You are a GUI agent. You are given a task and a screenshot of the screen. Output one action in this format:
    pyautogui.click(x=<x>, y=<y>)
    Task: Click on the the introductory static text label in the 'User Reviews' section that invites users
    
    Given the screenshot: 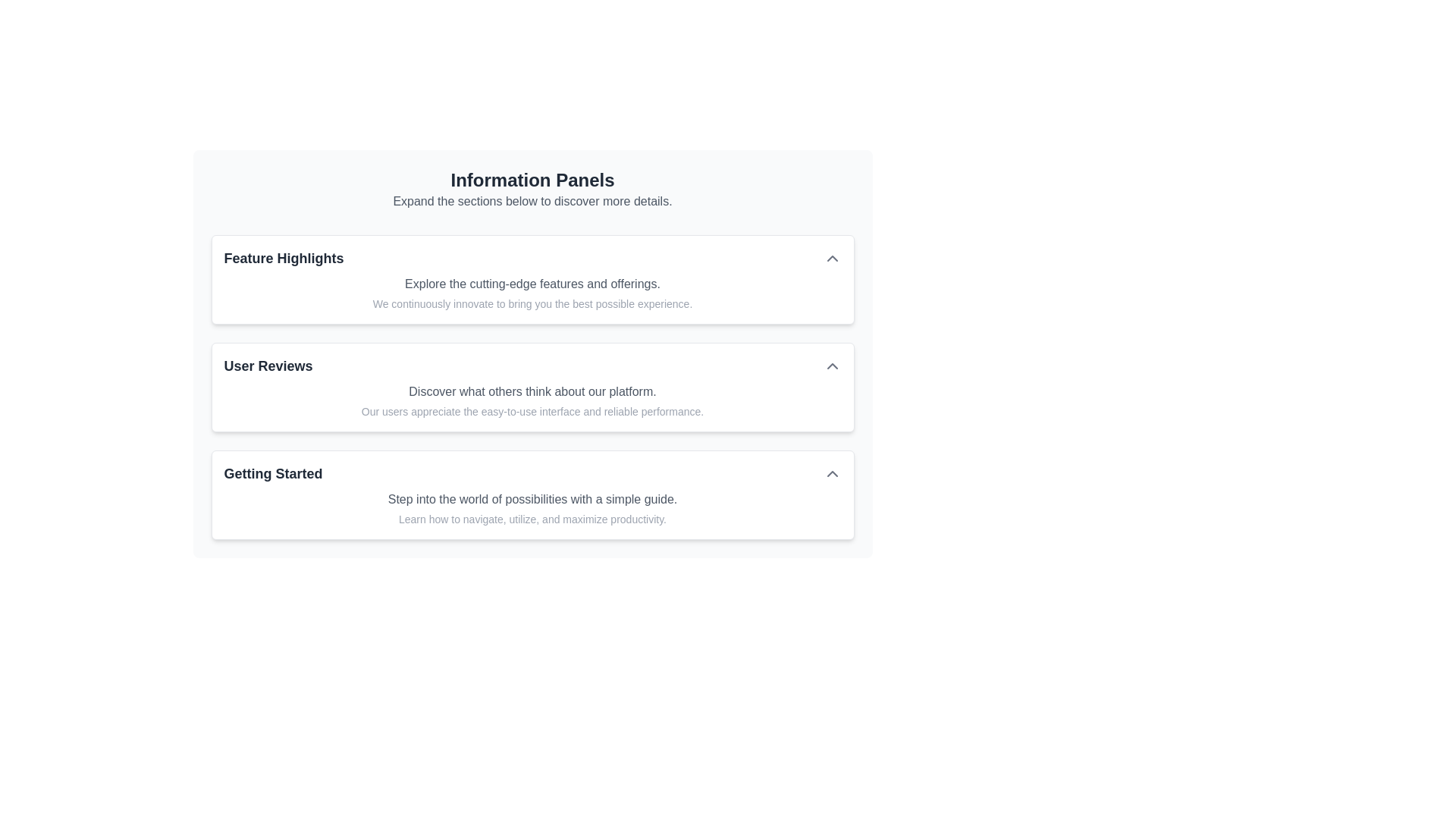 What is the action you would take?
    pyautogui.click(x=532, y=391)
    